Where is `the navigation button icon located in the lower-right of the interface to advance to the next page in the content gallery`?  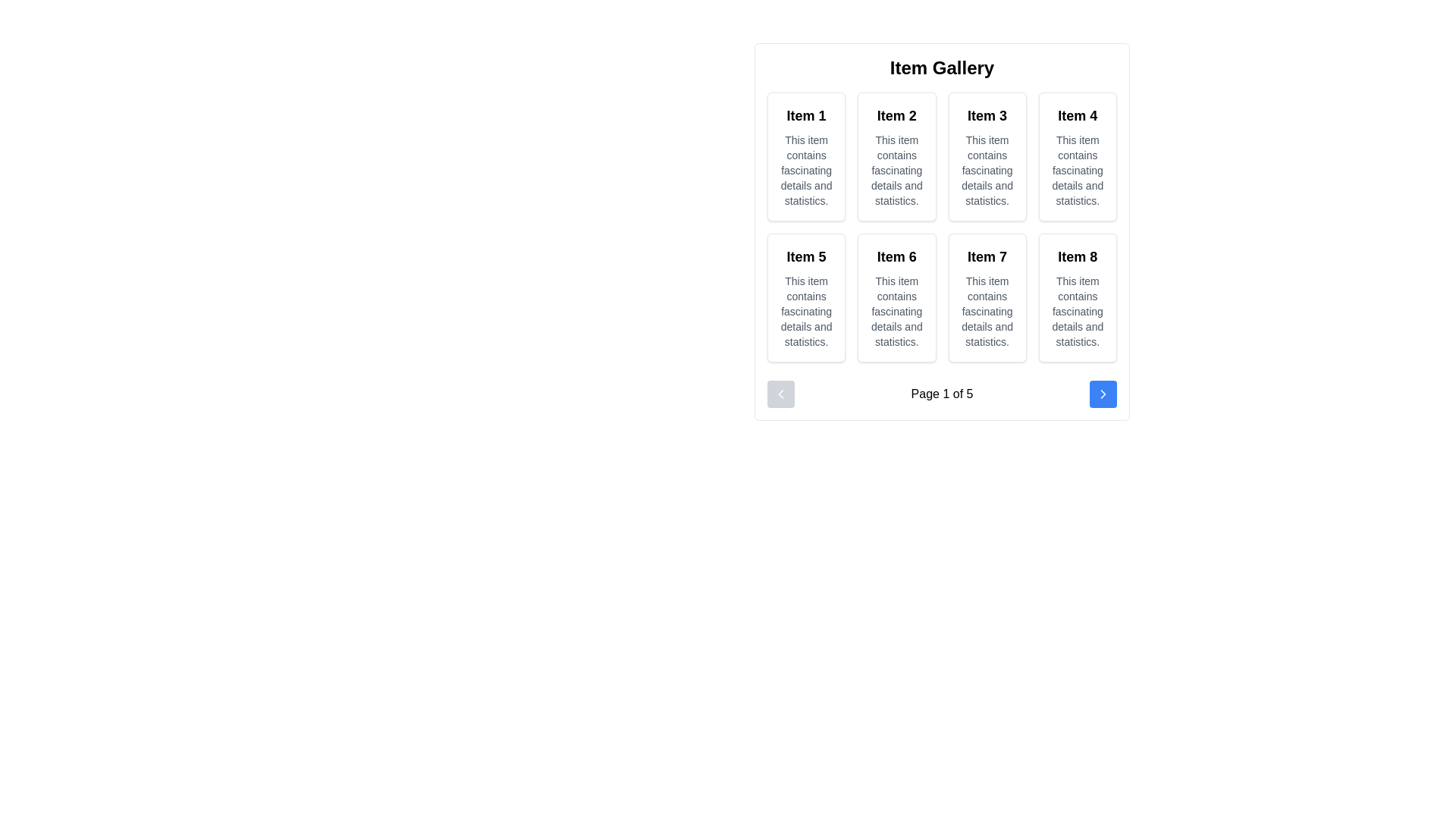
the navigation button icon located in the lower-right of the interface to advance to the next page in the content gallery is located at coordinates (1103, 394).